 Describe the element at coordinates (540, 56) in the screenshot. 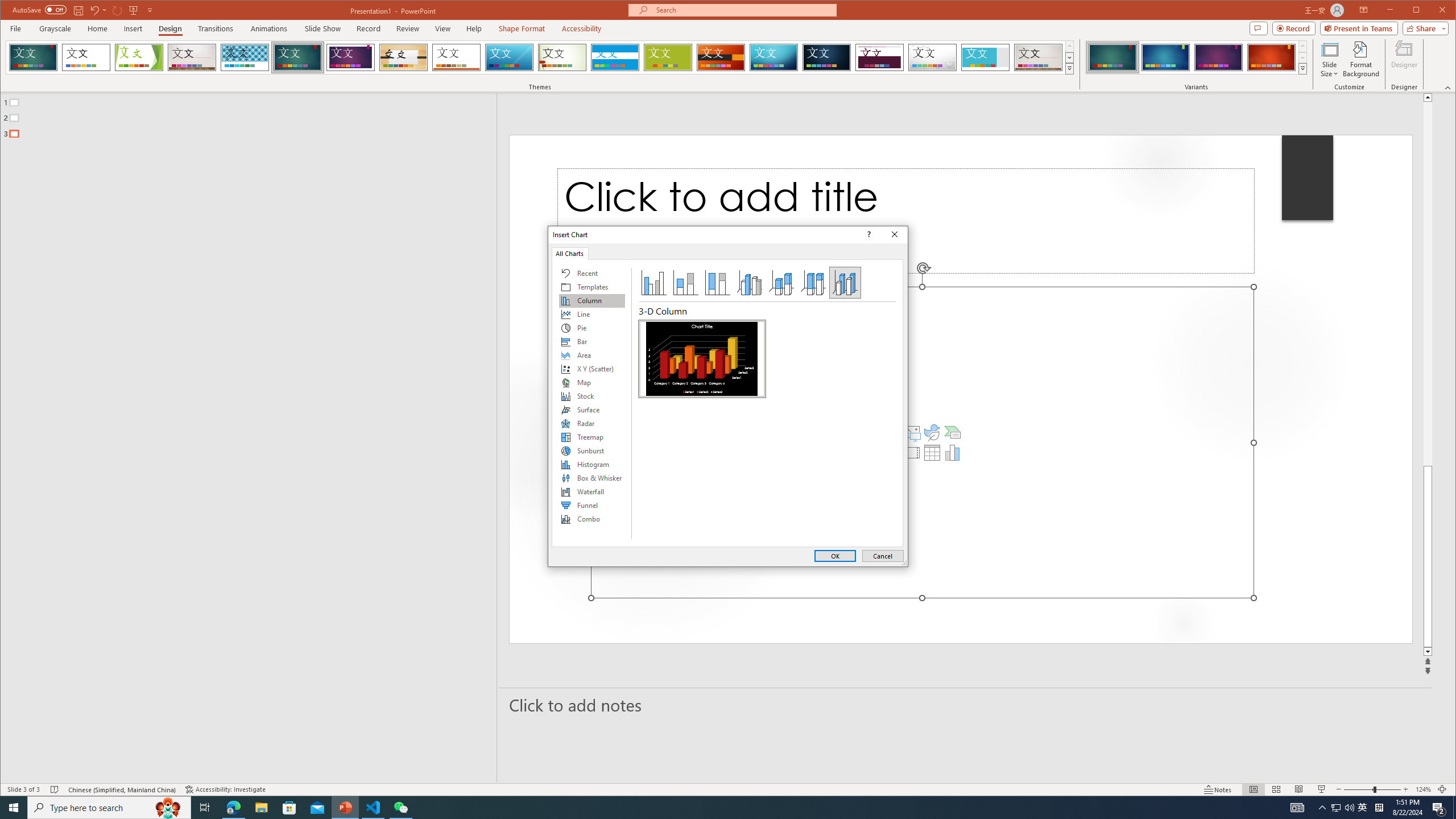

I see `'AutomationID: SlideThemesGallery'` at that location.